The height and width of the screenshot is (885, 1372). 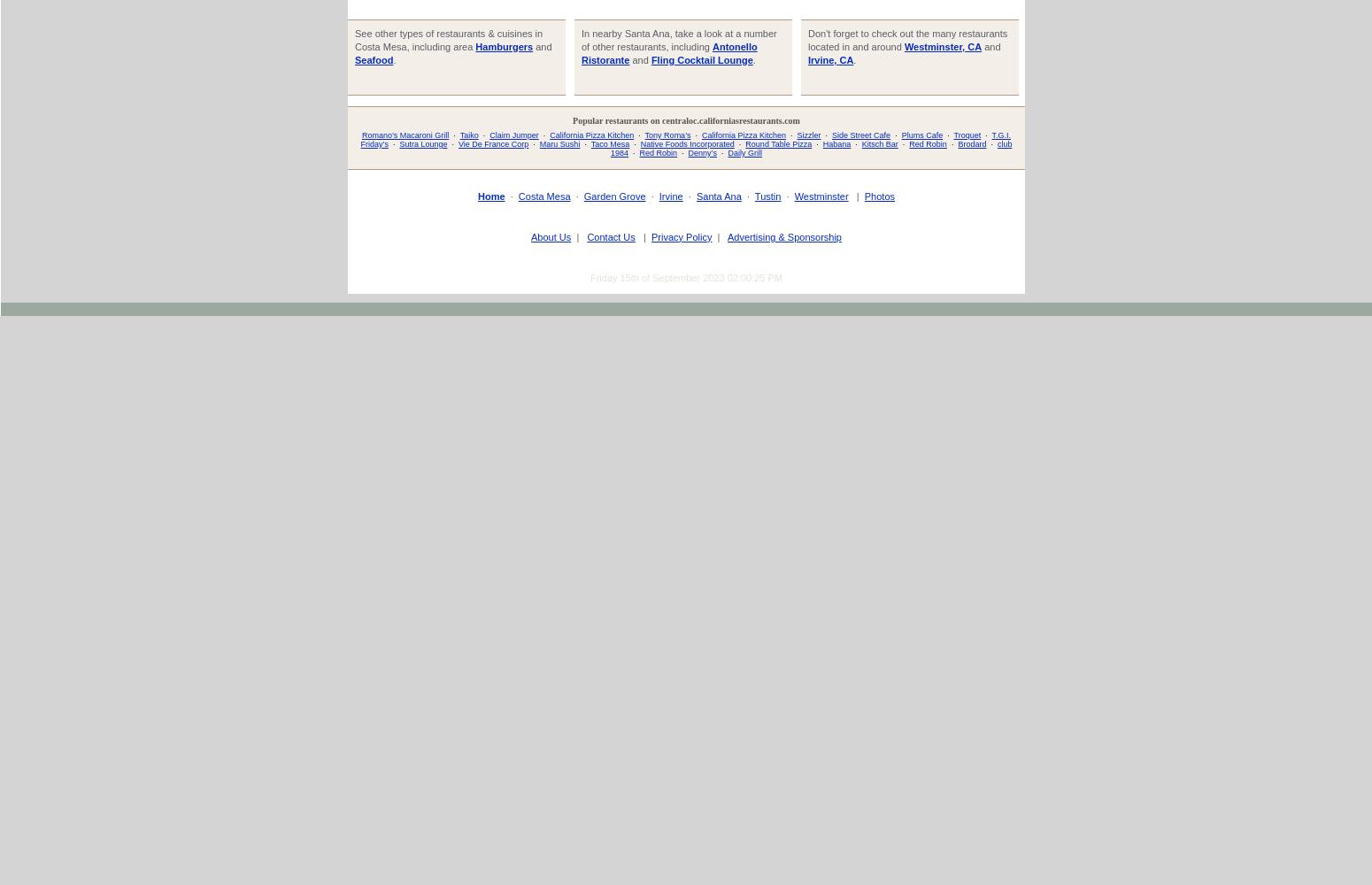 What do you see at coordinates (504, 46) in the screenshot?
I see `'Hamburgers'` at bounding box center [504, 46].